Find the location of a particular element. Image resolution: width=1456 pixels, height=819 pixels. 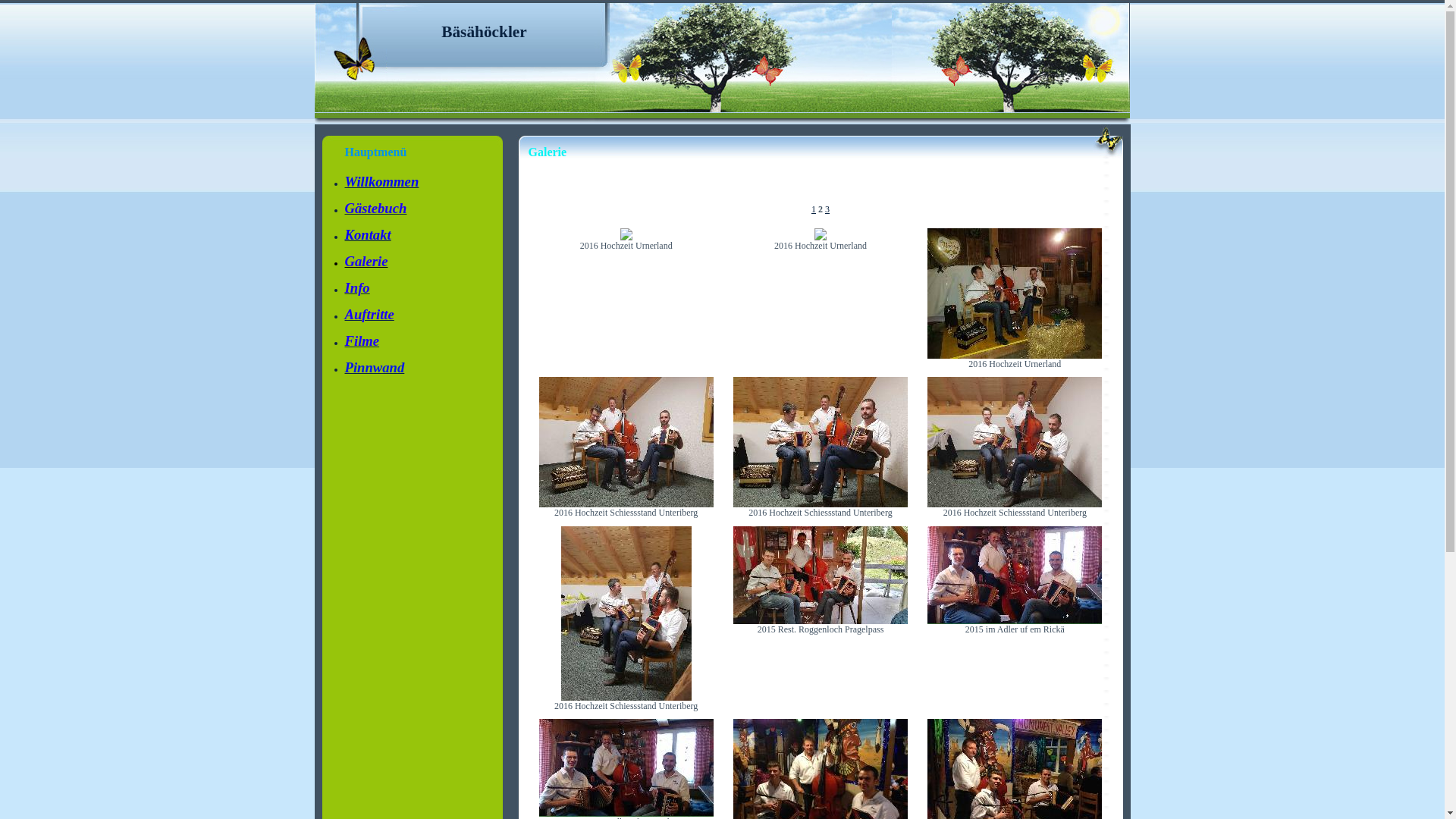

'1' is located at coordinates (813, 209).